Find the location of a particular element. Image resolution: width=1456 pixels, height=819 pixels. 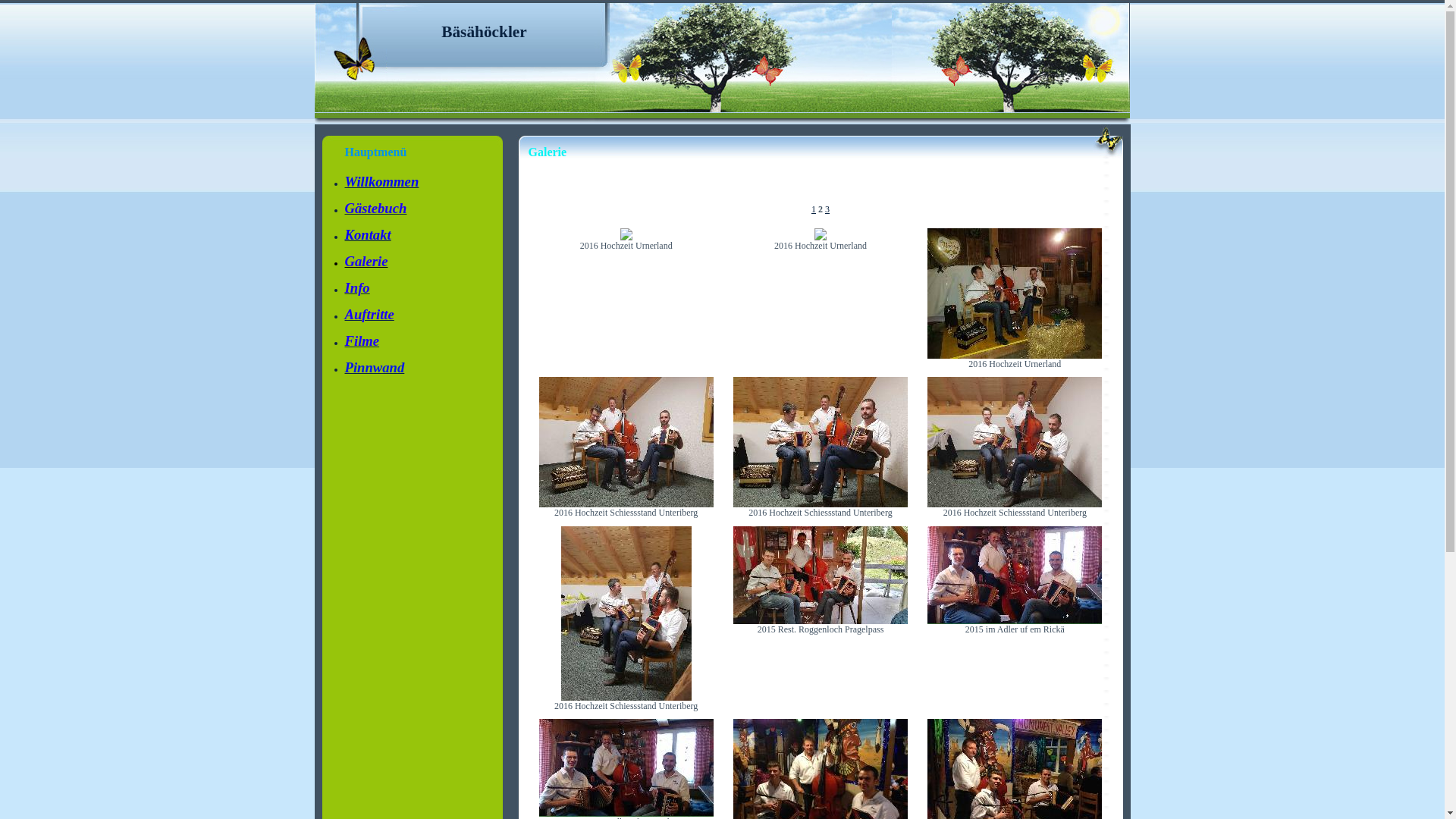

'1' is located at coordinates (813, 209).